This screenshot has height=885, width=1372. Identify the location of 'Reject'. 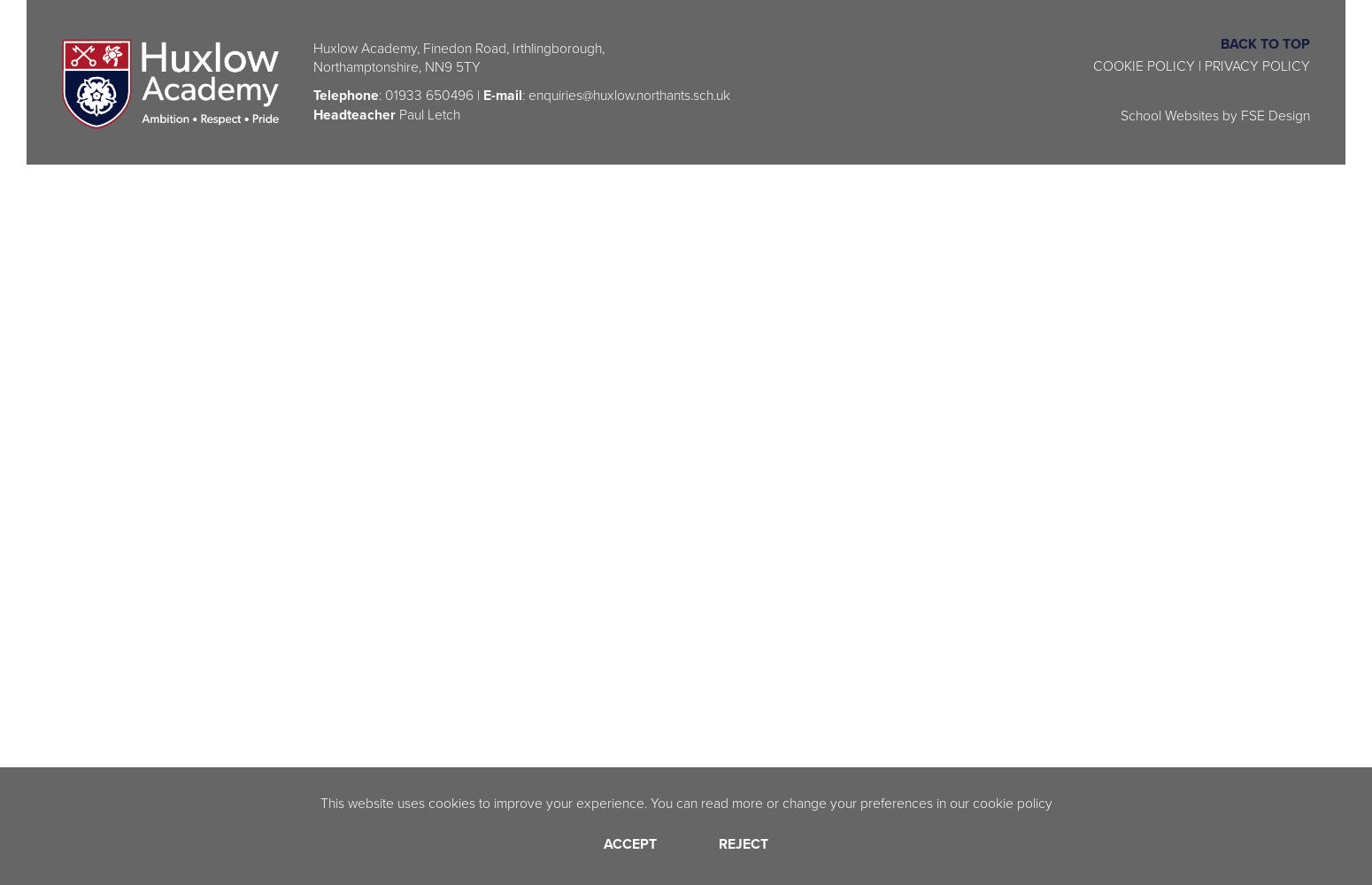
(742, 843).